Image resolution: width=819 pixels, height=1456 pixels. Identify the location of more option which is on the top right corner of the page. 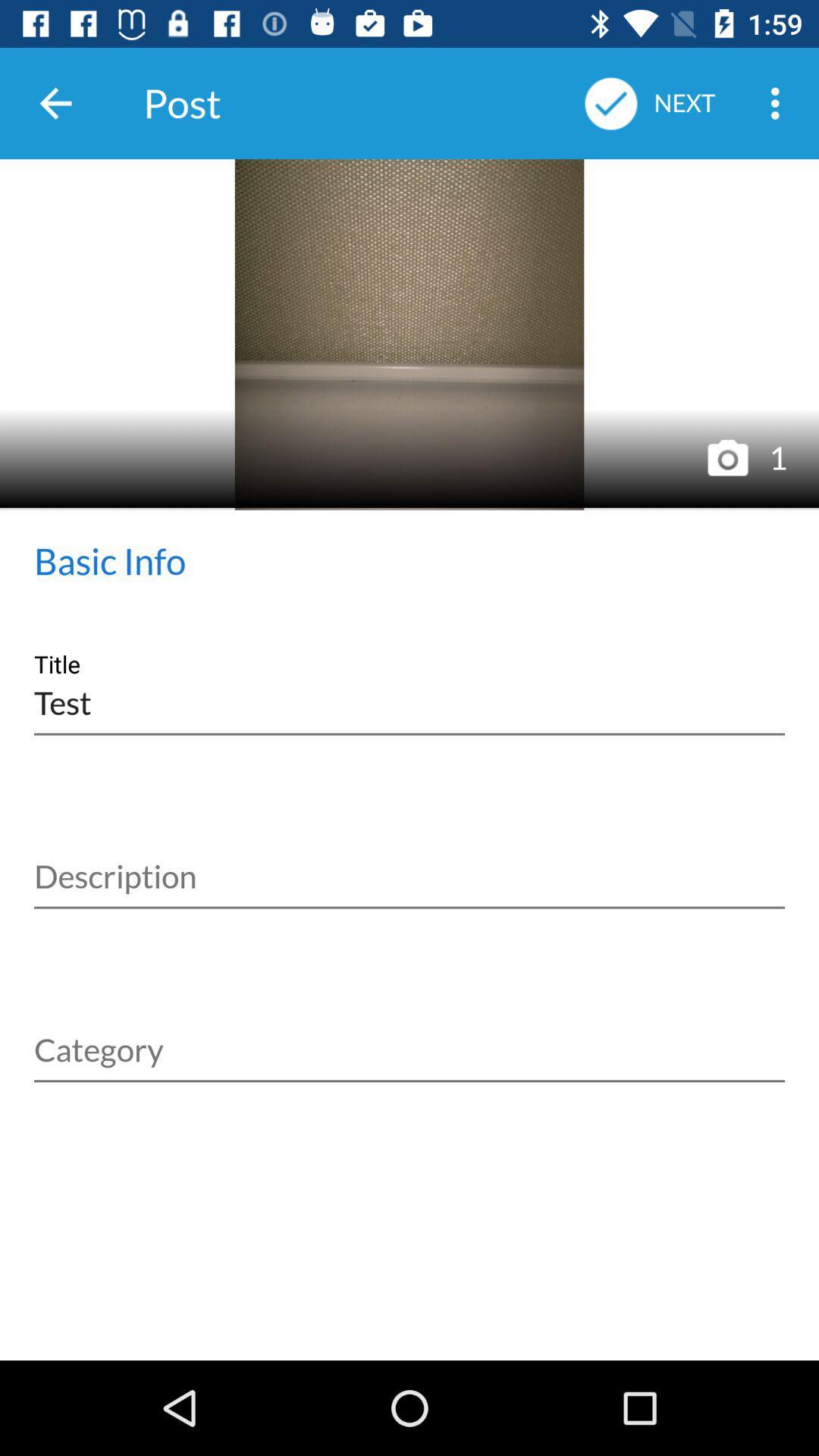
(779, 103).